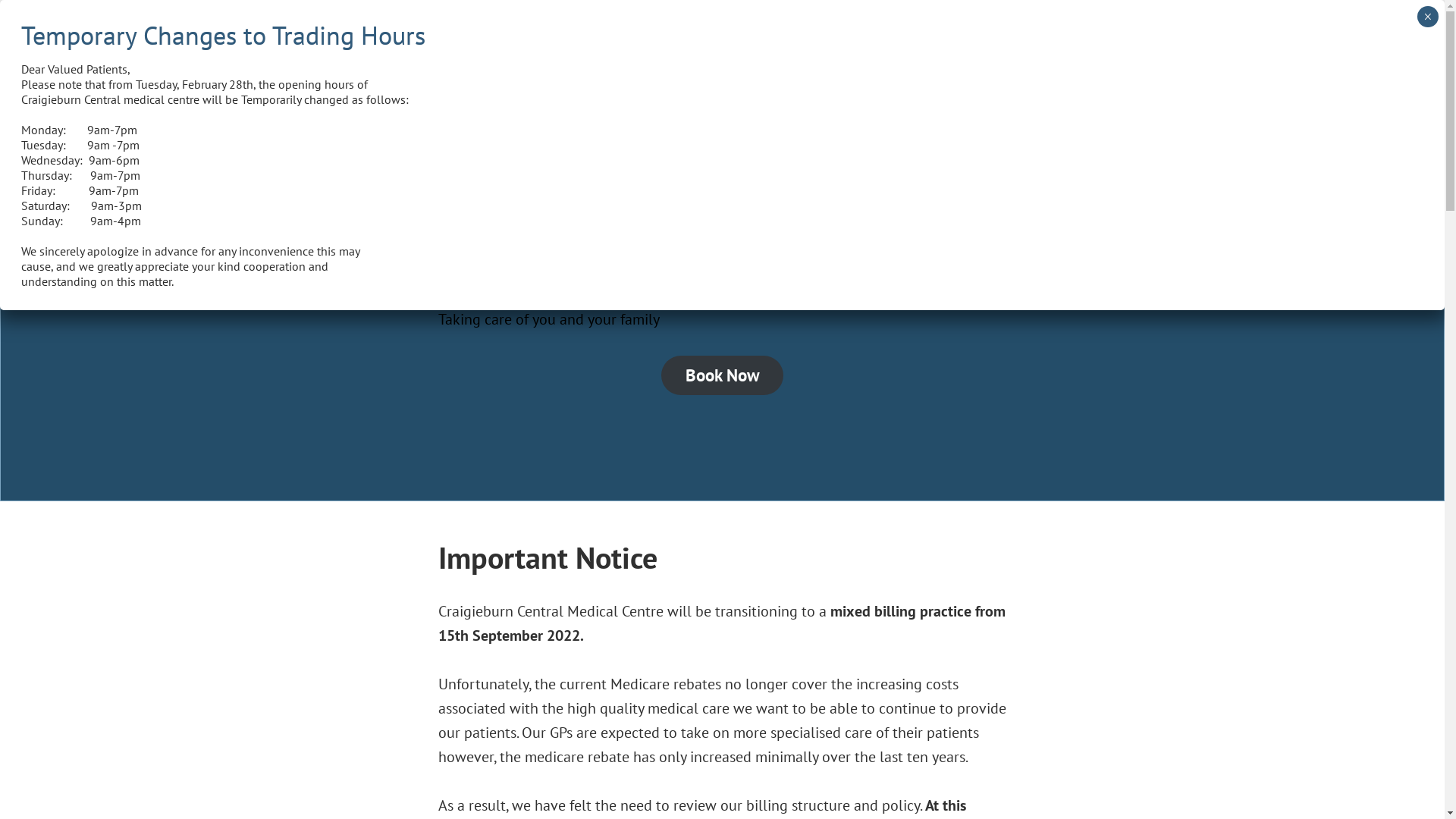 The width and height of the screenshot is (1456, 819). I want to click on 'Home', so click(768, 45).